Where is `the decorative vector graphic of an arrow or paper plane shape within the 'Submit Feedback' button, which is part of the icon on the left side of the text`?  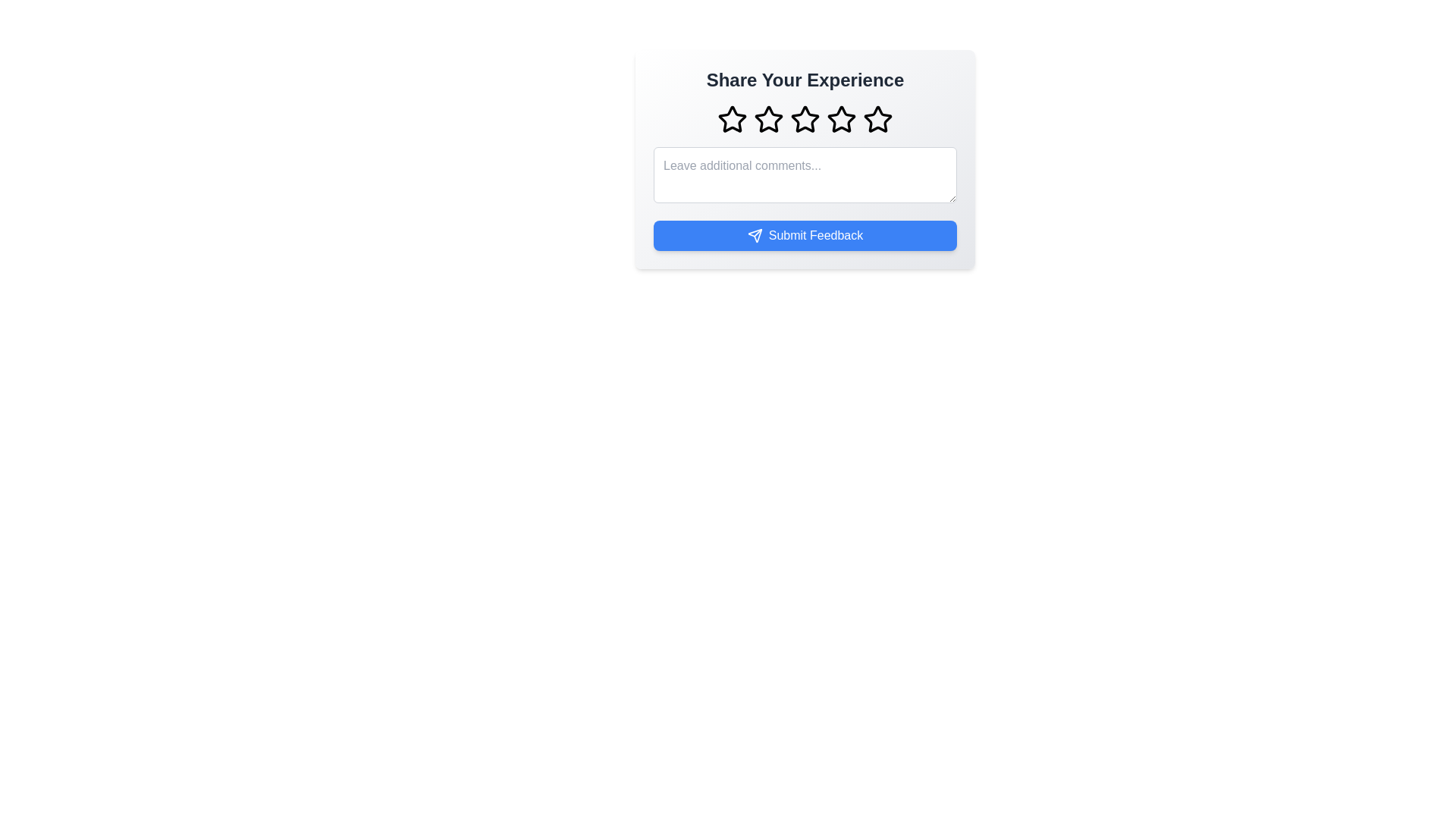
the decorative vector graphic of an arrow or paper plane shape within the 'Submit Feedback' button, which is part of the icon on the left side of the text is located at coordinates (755, 236).